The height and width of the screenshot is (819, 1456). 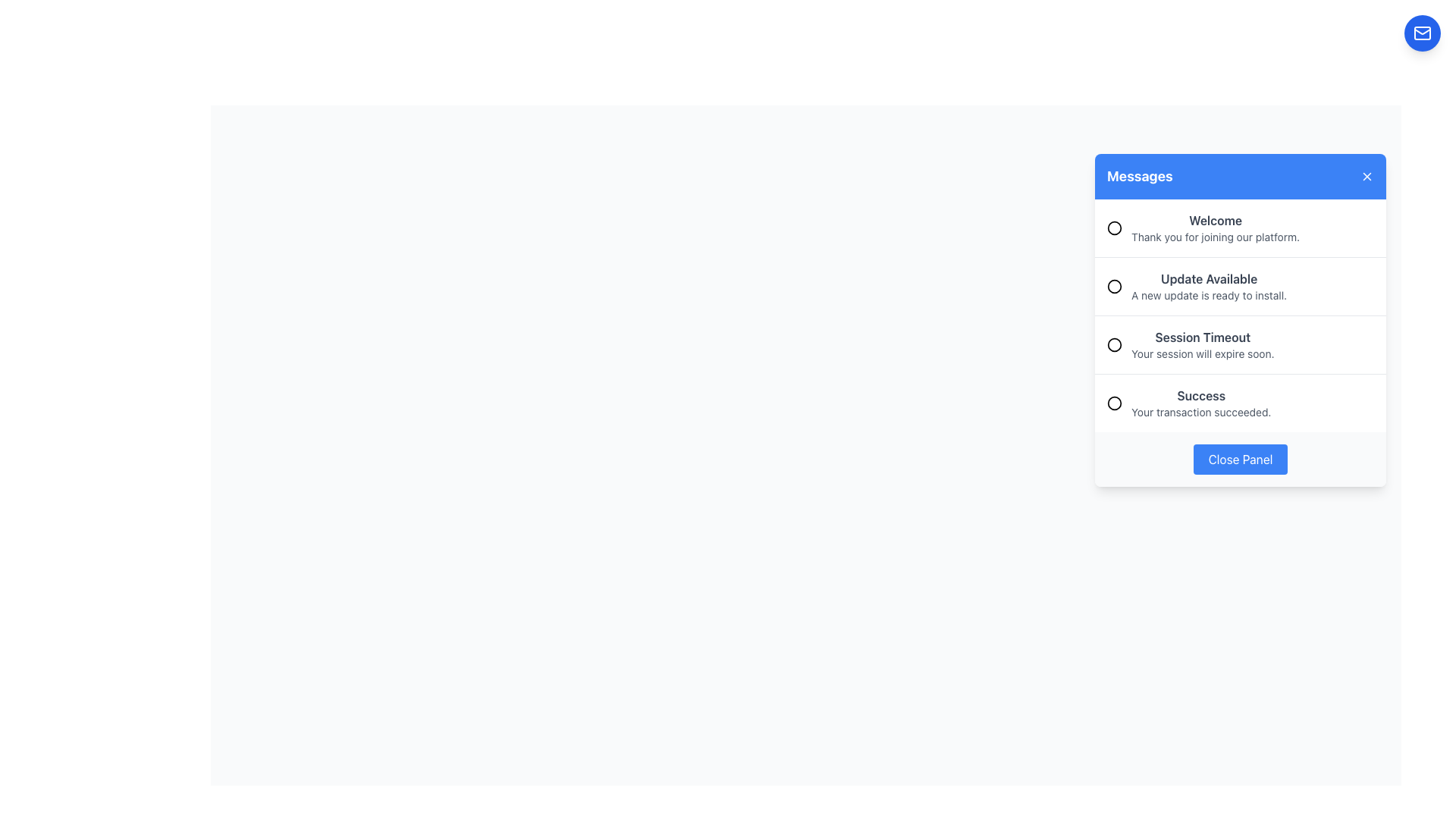 I want to click on text in the second row of the list, which indicates an update is available and is positioned beneath the 'Welcome' heading and above the 'Session Timeout' entry, so click(x=1208, y=287).